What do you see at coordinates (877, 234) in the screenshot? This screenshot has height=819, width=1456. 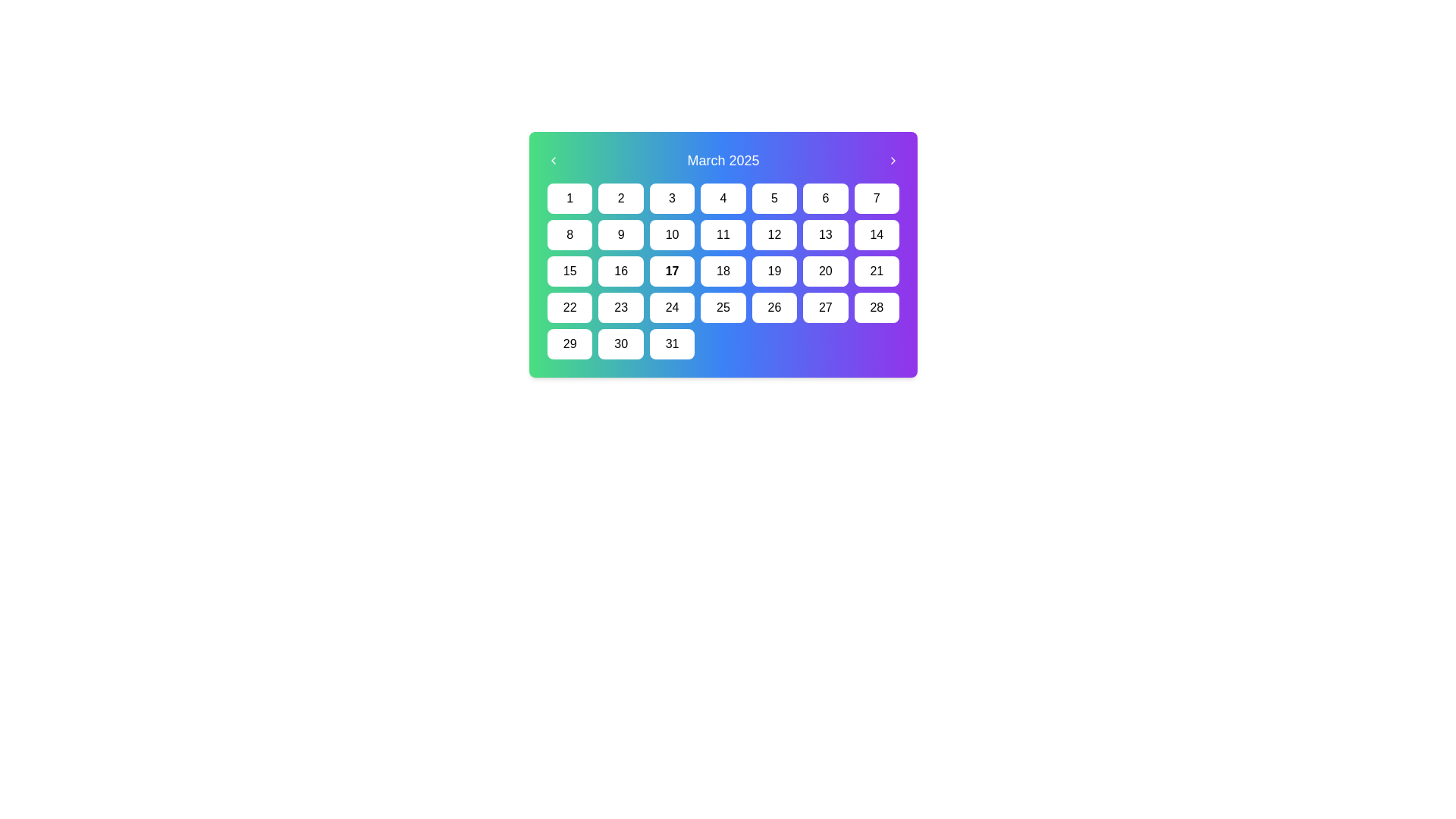 I see `the calendar day cell for the 14th day of the month, which is a white rectangular box with rounded corners containing the number '14' in black text` at bounding box center [877, 234].